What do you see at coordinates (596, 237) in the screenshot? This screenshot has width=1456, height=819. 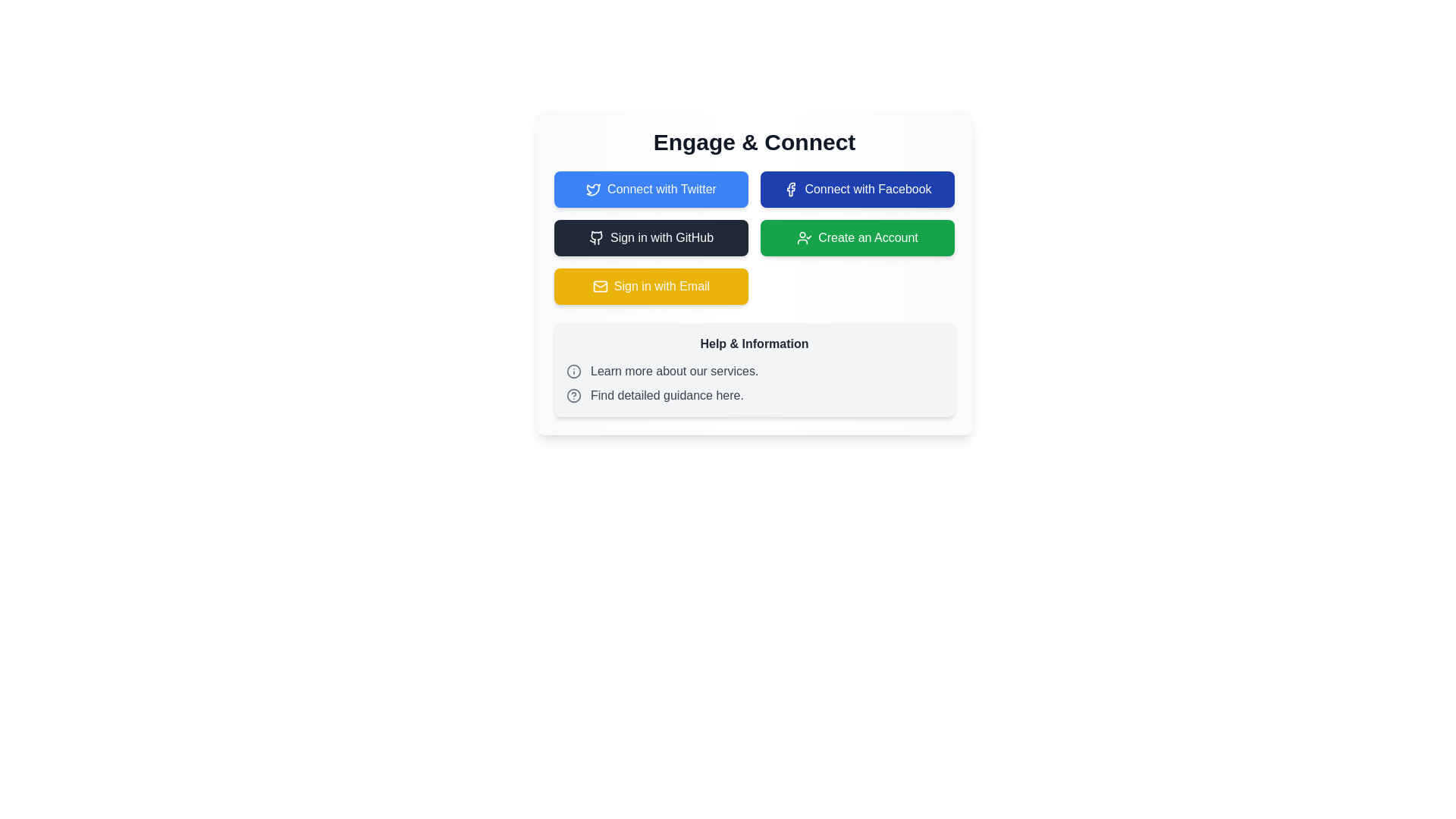 I see `the GitHub icon` at bounding box center [596, 237].